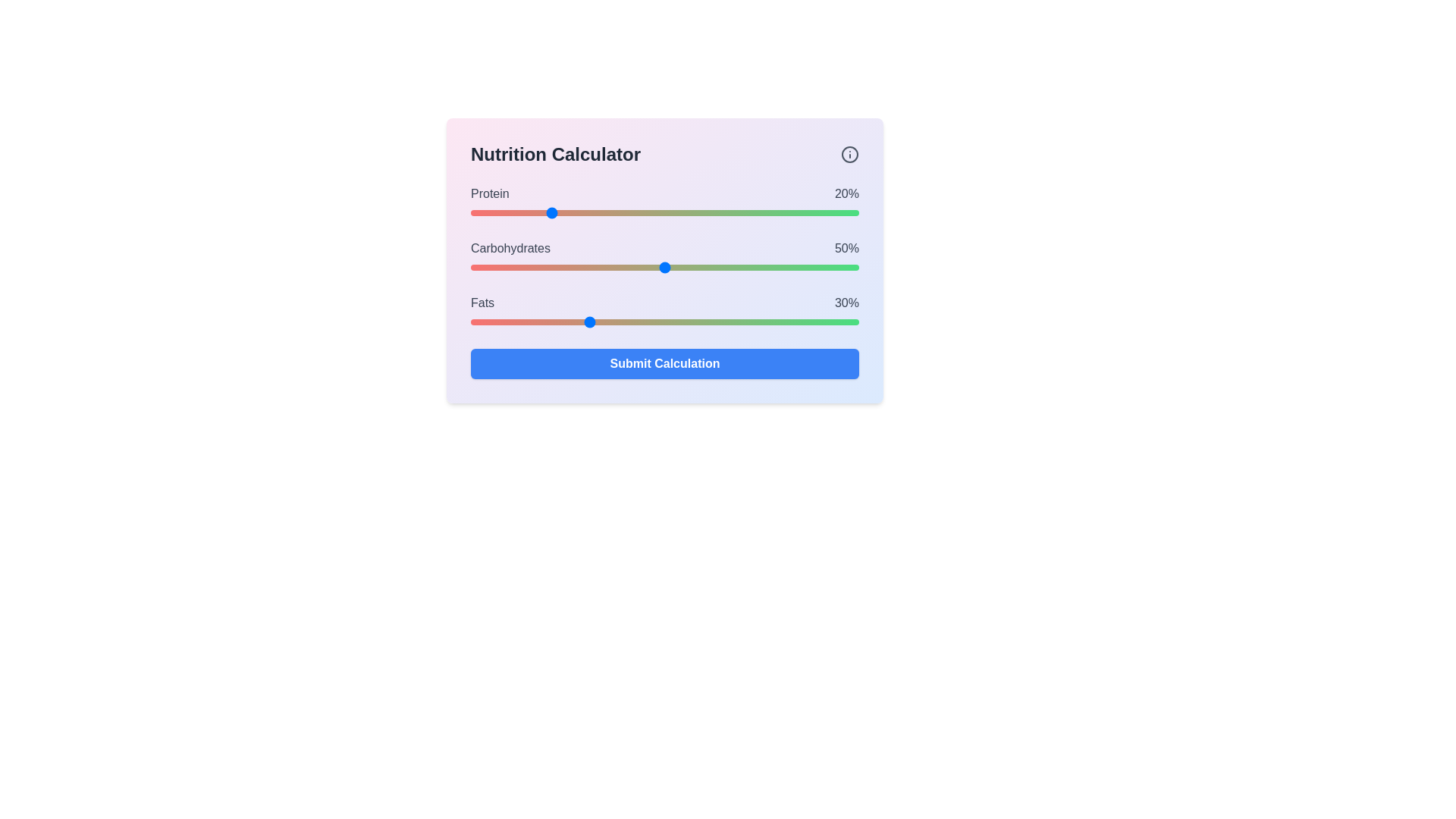  I want to click on the 'Fats' slider to 20%, so click(548, 321).